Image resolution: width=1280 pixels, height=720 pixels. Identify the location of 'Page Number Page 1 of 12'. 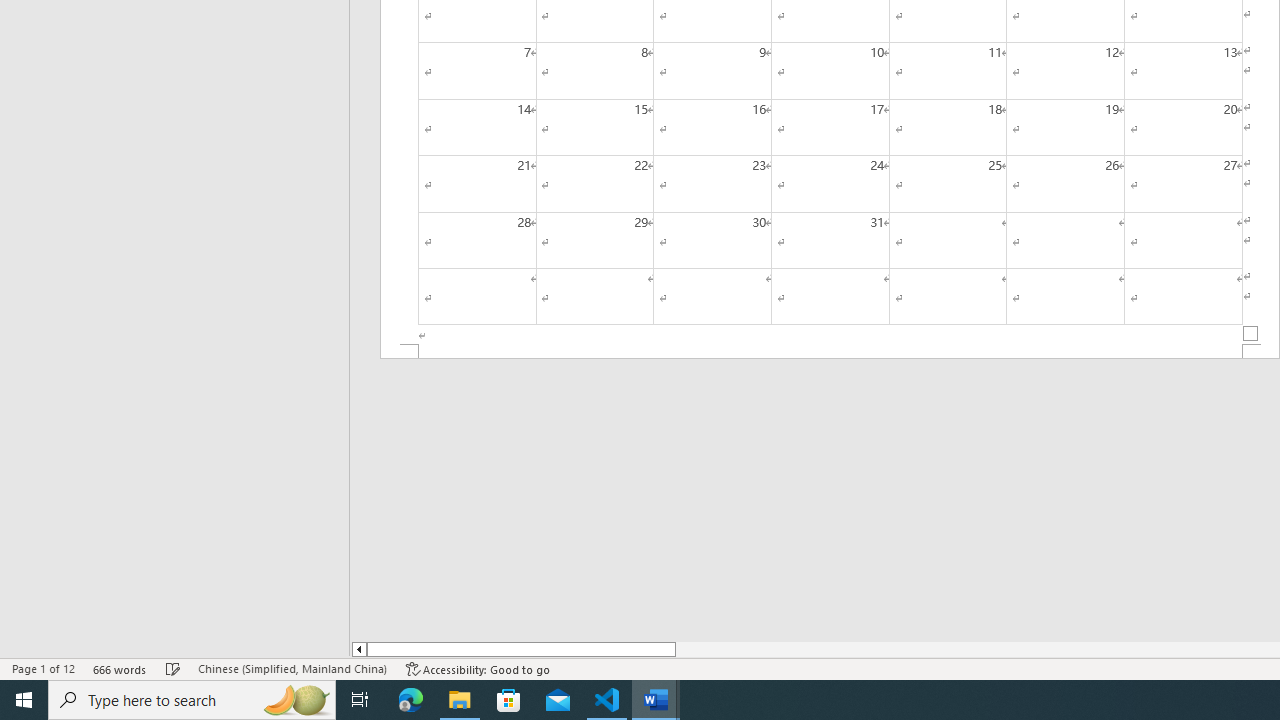
(43, 669).